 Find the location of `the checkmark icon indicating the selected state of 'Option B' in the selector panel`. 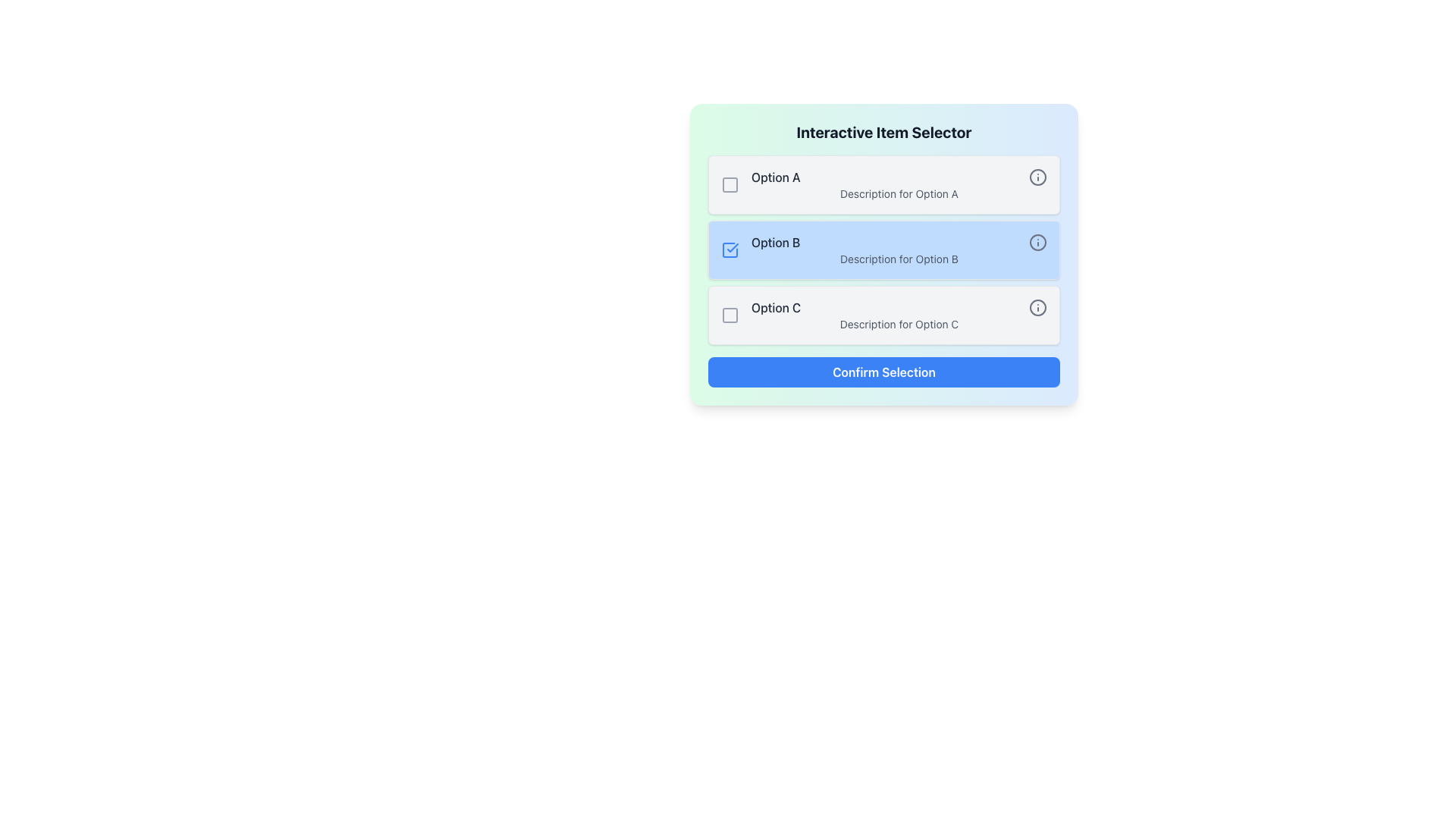

the checkmark icon indicating the selected state of 'Option B' in the selector panel is located at coordinates (733, 247).